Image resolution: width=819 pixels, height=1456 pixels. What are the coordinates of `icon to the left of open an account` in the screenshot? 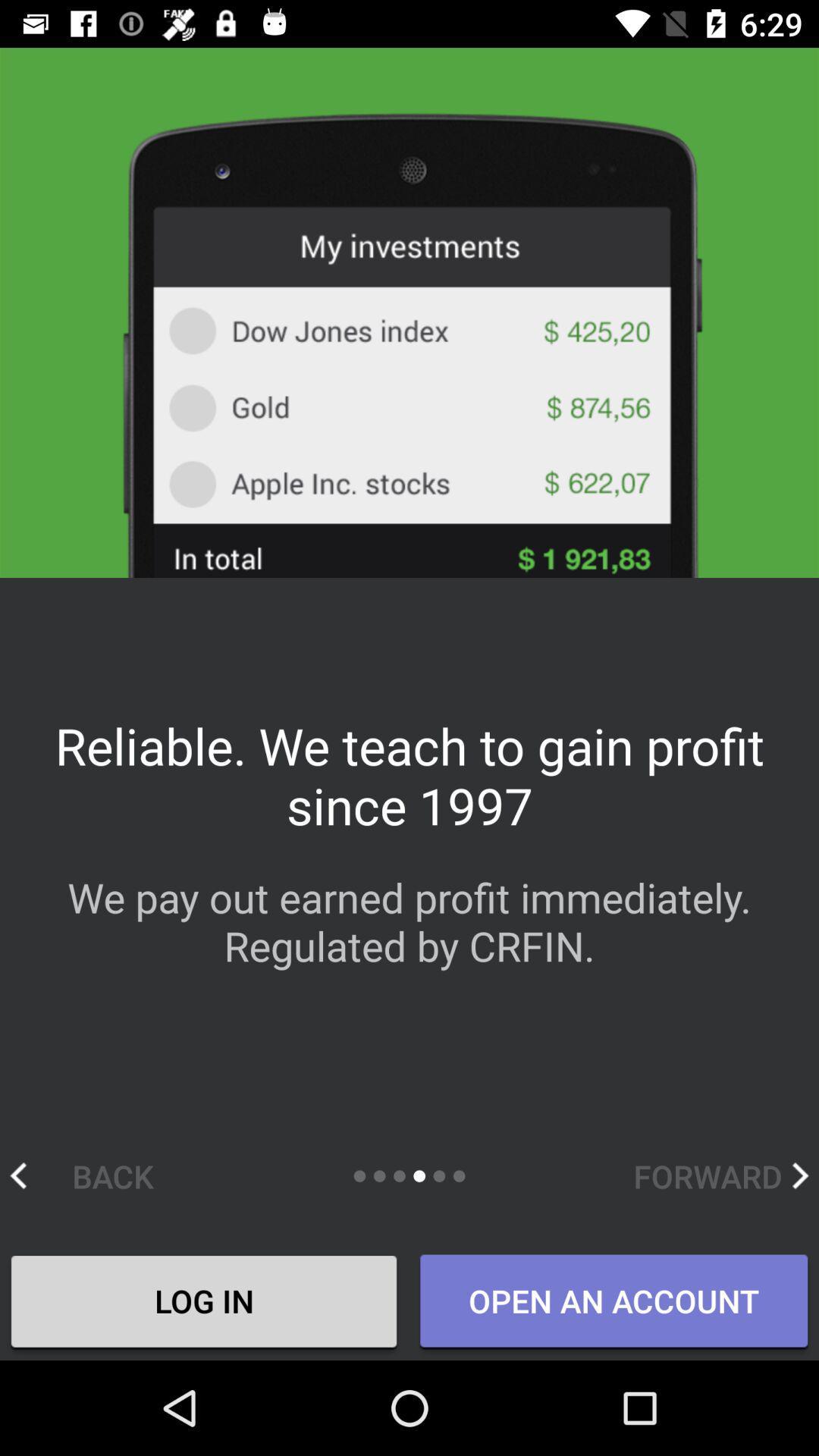 It's located at (203, 1302).